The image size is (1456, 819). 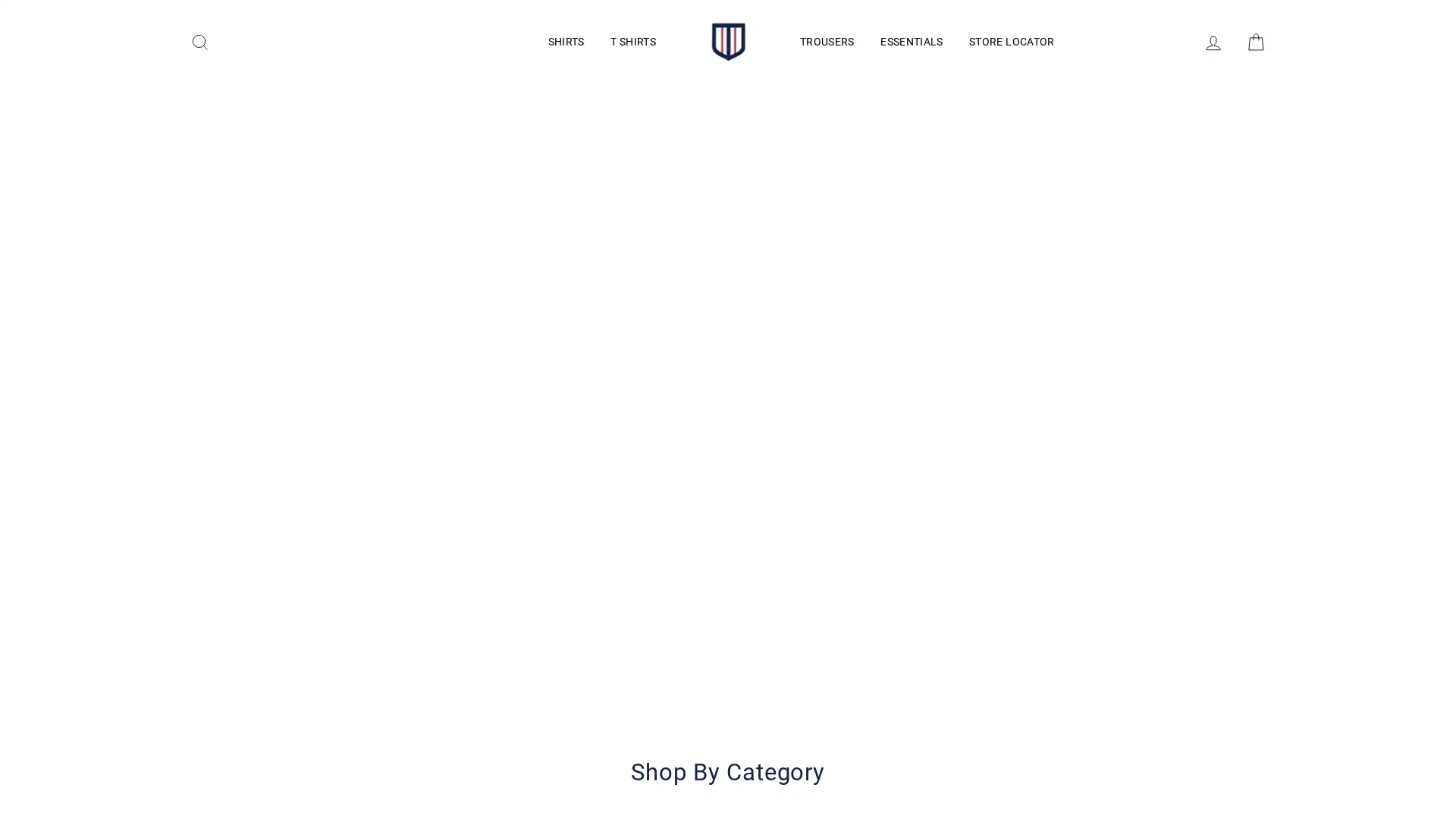 I want to click on 2, so click(x=728, y=733).